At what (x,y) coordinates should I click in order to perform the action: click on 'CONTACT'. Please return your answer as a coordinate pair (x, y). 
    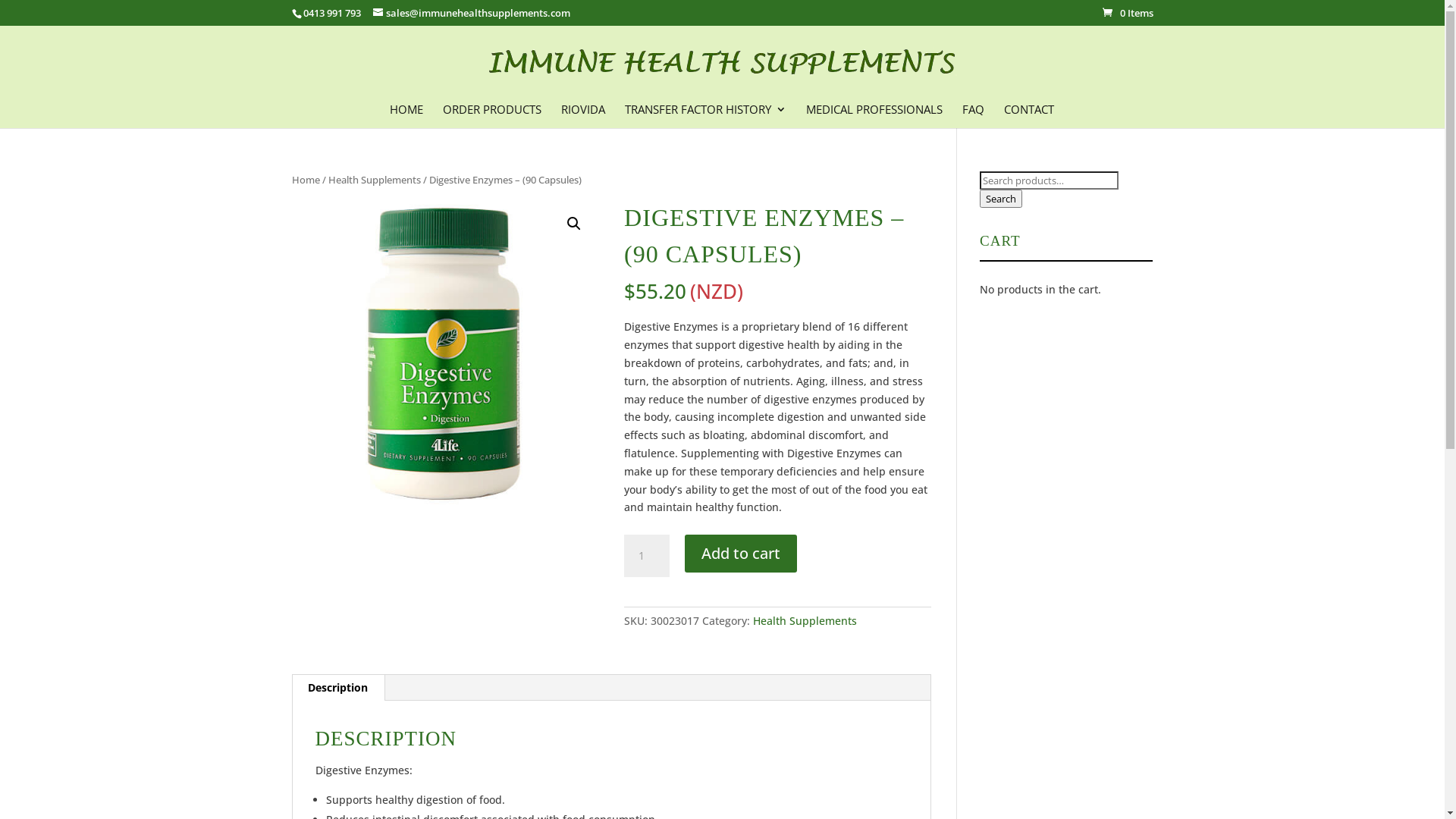
    Looking at the image, I should click on (1029, 114).